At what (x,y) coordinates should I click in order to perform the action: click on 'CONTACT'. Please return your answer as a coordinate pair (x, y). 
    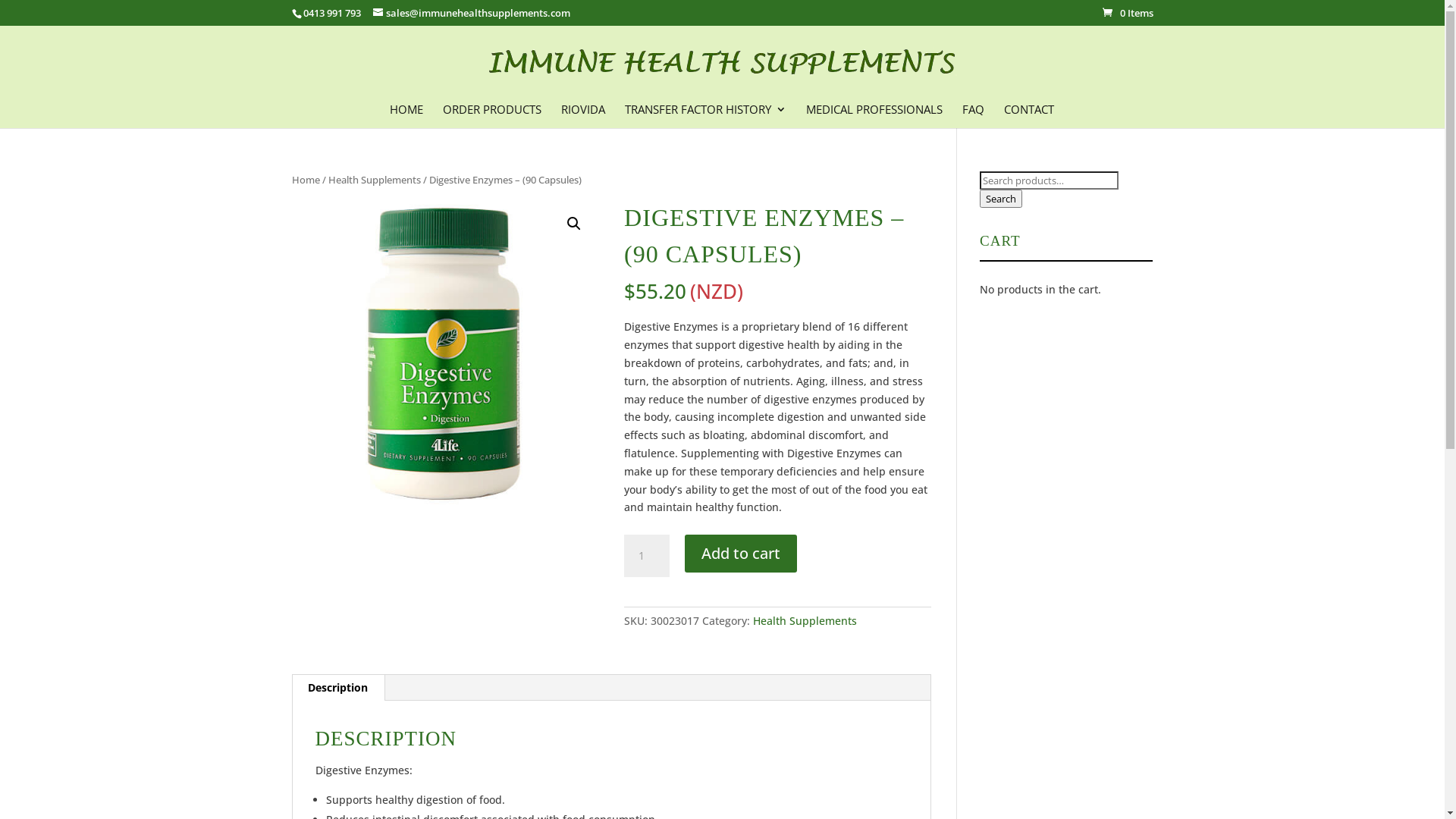
    Looking at the image, I should click on (1029, 114).